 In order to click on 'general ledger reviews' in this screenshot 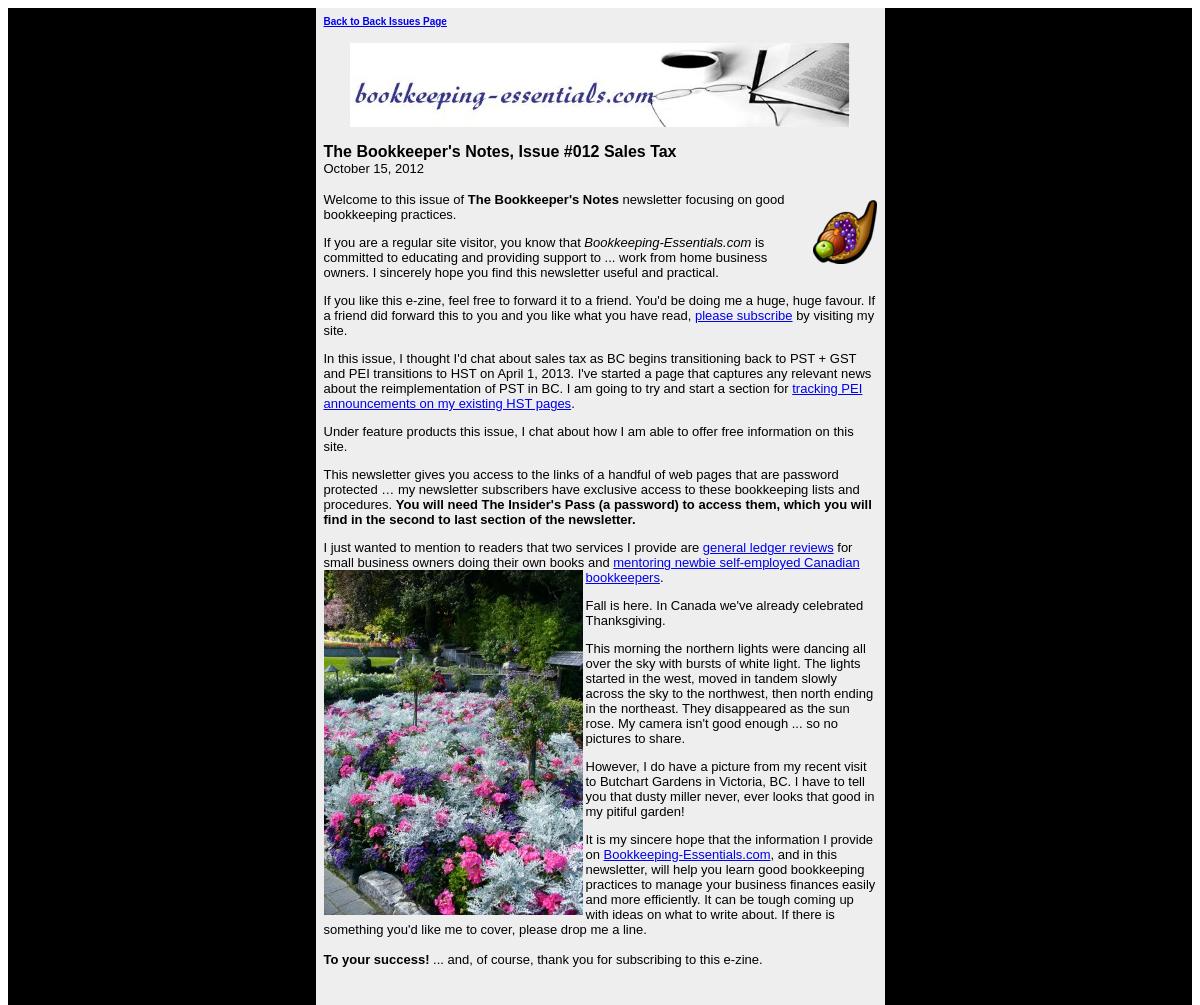, I will do `click(766, 546)`.